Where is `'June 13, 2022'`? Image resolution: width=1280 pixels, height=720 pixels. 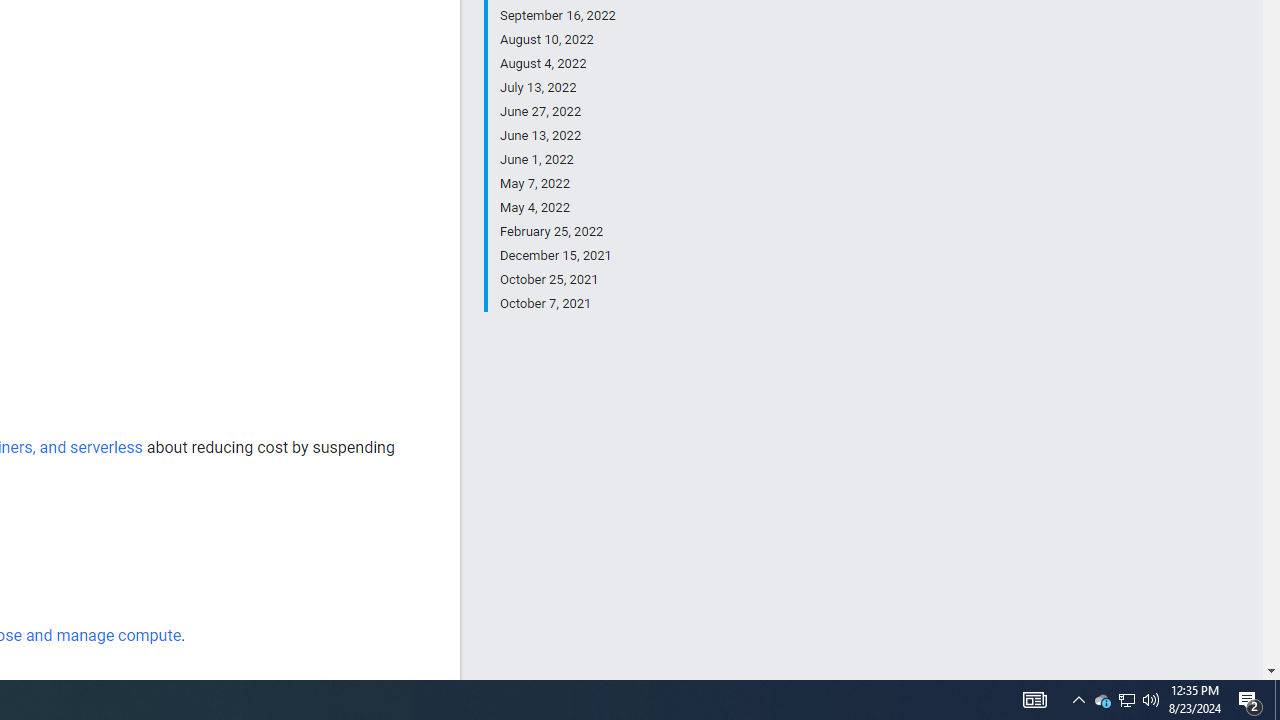 'June 13, 2022' is located at coordinates (557, 135).